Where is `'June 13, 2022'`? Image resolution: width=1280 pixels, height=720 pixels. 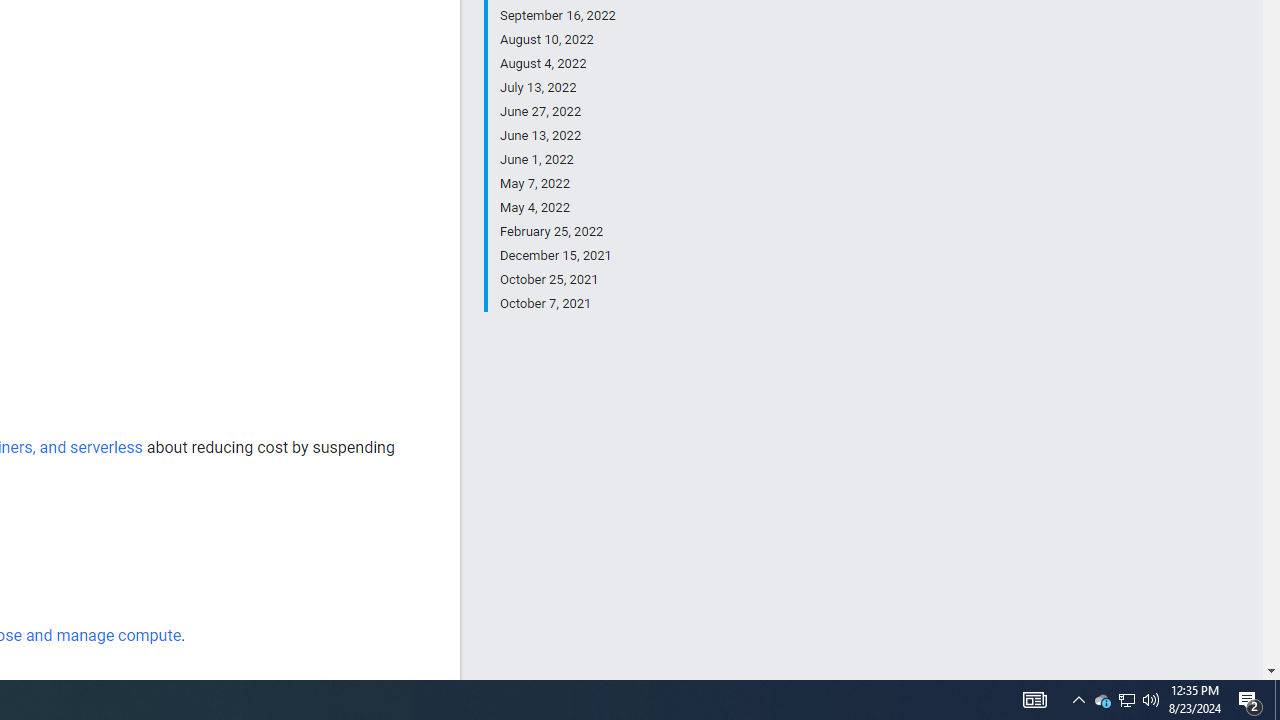 'June 13, 2022' is located at coordinates (557, 135).